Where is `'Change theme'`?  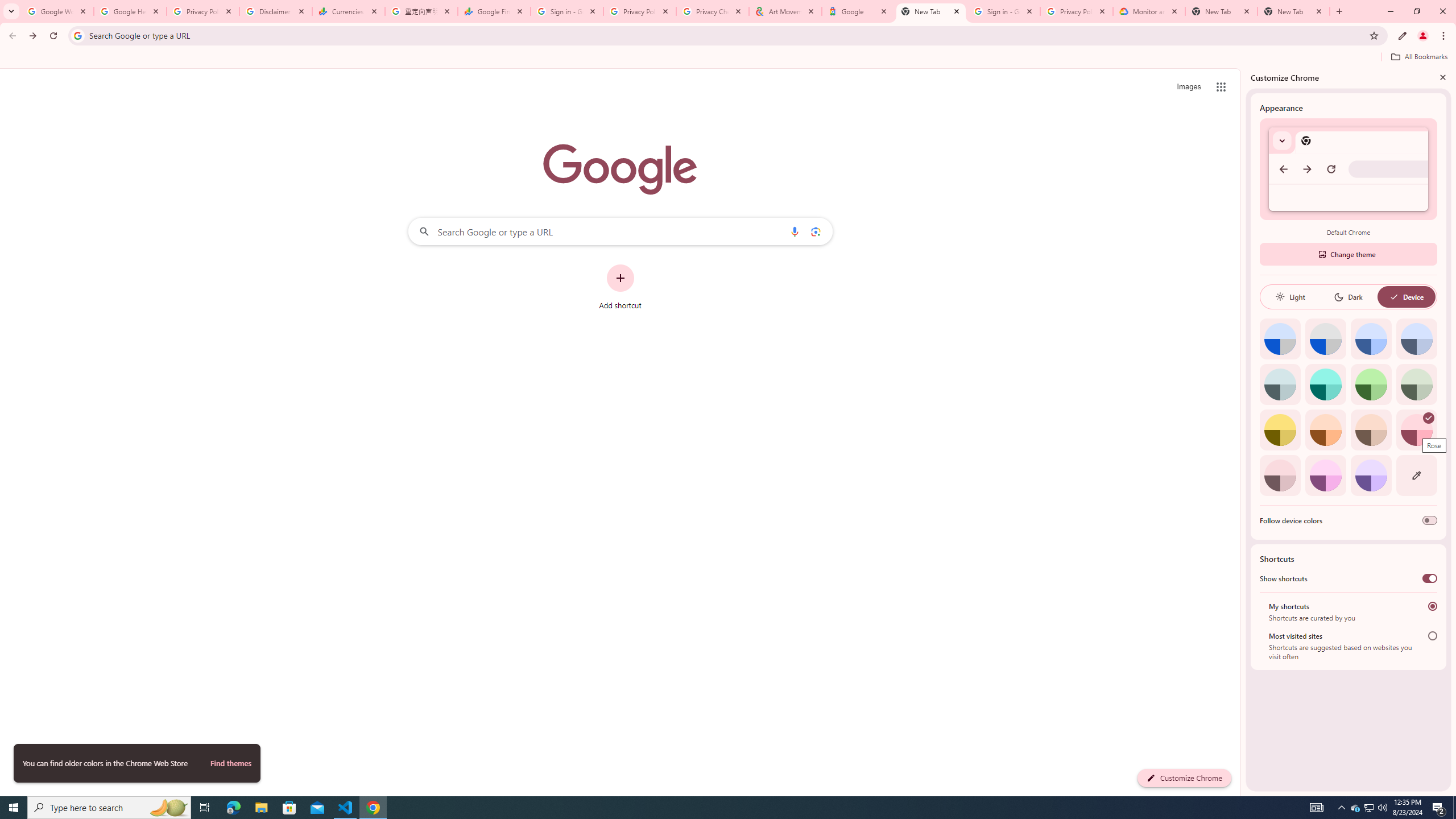 'Change theme' is located at coordinates (1347, 254).